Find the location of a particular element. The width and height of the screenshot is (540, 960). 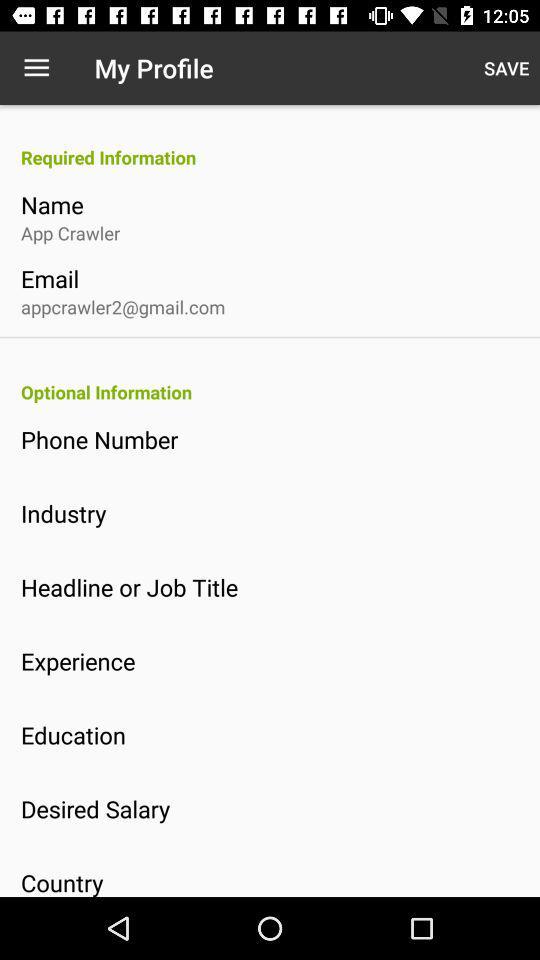

the icon above the name icon is located at coordinates (279, 156).